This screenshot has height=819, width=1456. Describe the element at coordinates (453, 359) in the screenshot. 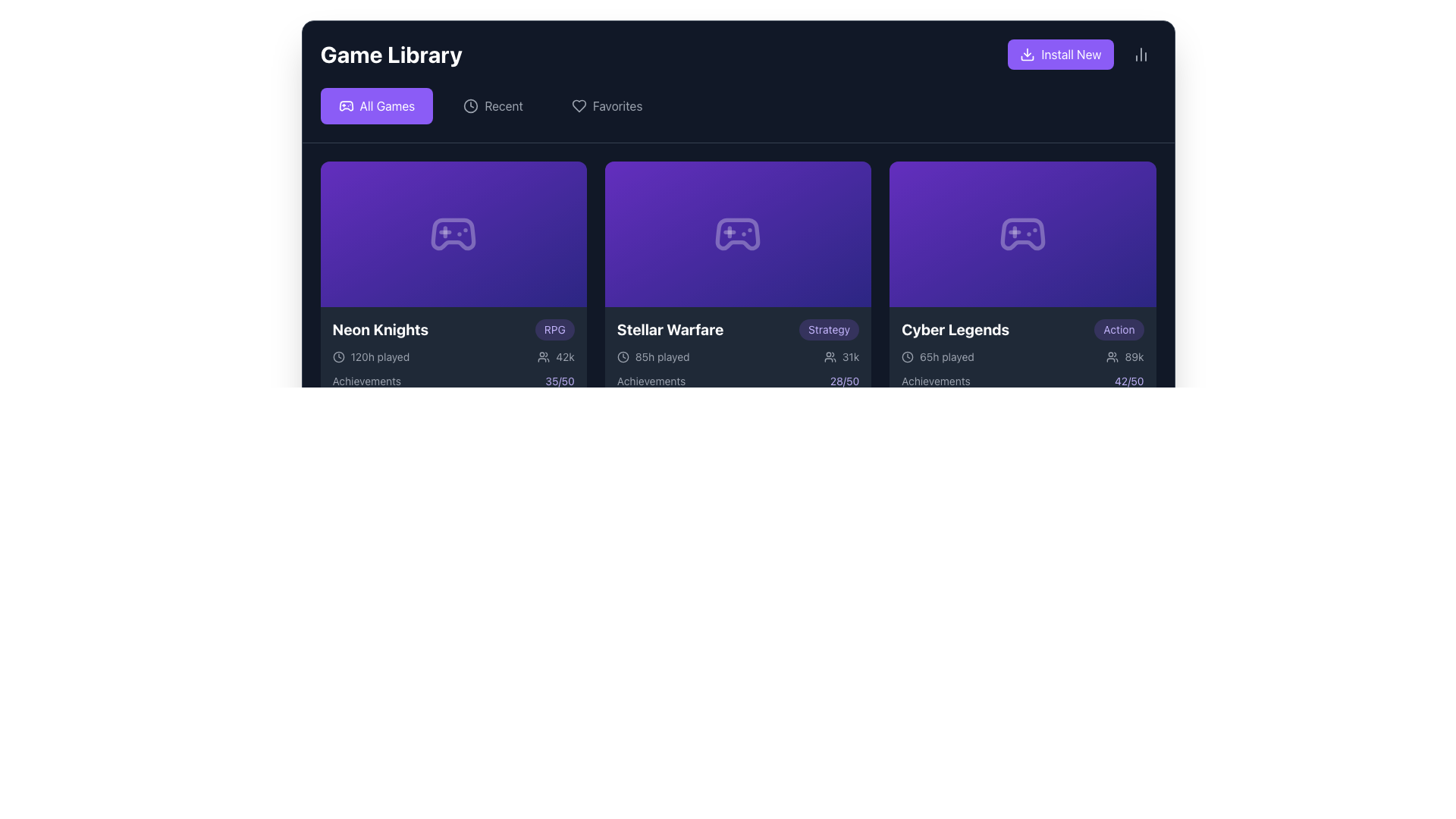

I see `the Card component representing a game in the user's library` at that location.